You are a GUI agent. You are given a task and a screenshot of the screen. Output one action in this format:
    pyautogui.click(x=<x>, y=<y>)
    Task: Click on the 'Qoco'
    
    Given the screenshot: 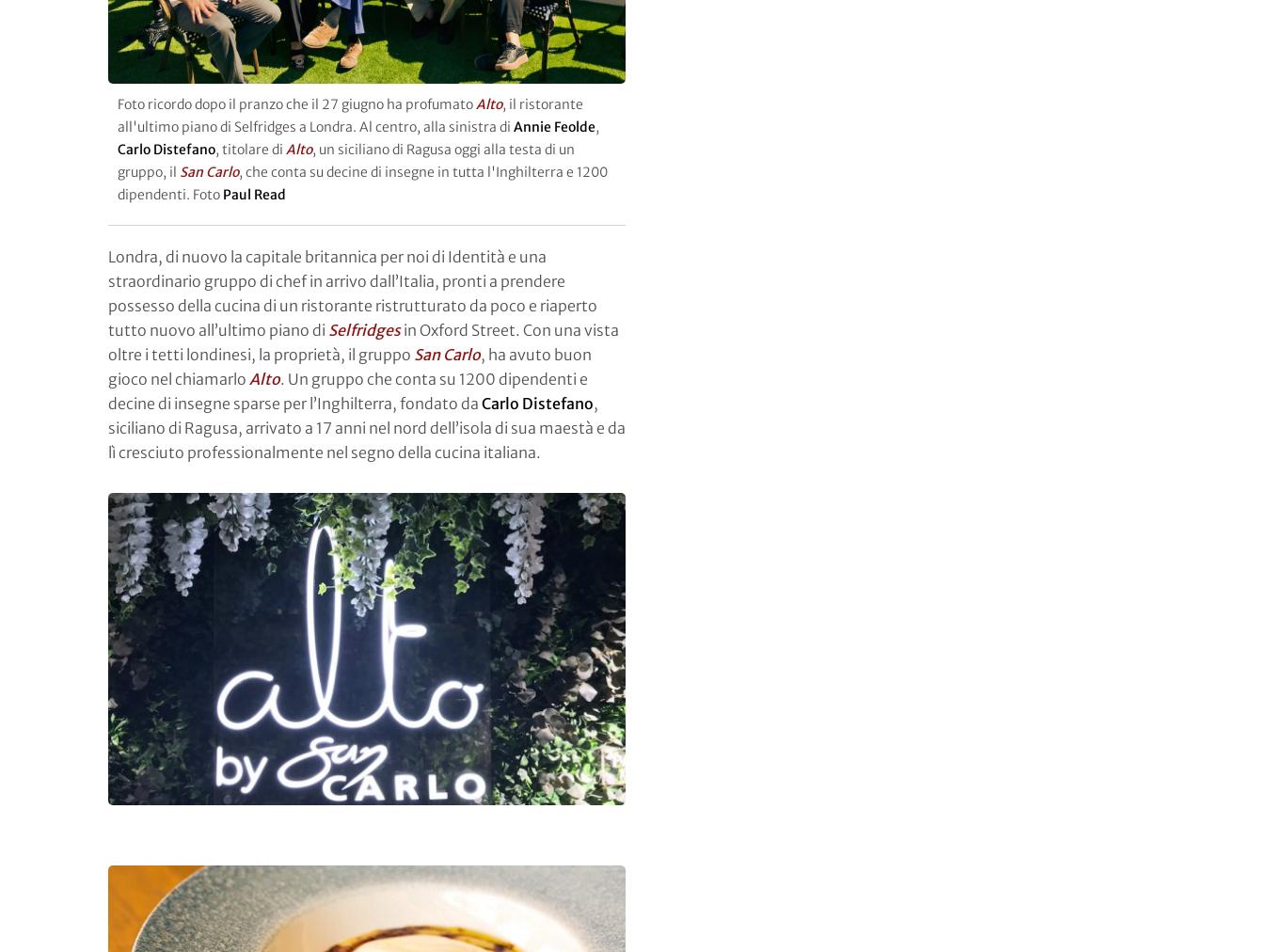 What is the action you would take?
    pyautogui.click(x=661, y=509)
    